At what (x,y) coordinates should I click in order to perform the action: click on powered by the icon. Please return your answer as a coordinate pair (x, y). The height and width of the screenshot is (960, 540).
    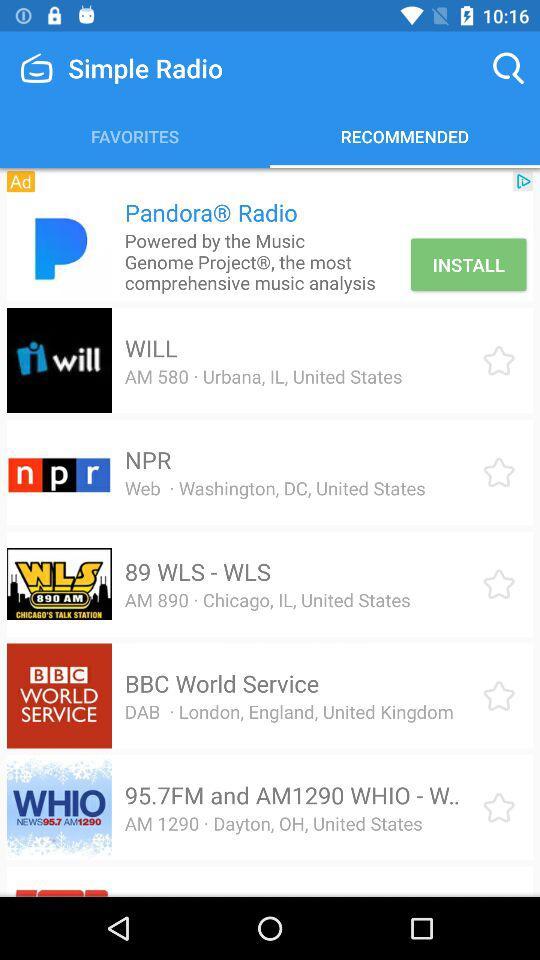
    Looking at the image, I should click on (264, 261).